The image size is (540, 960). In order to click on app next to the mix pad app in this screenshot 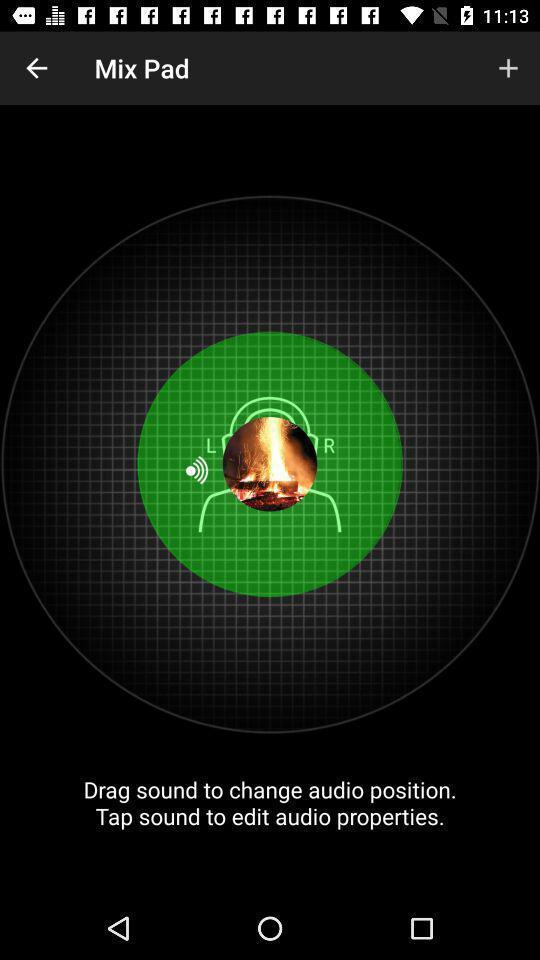, I will do `click(36, 68)`.